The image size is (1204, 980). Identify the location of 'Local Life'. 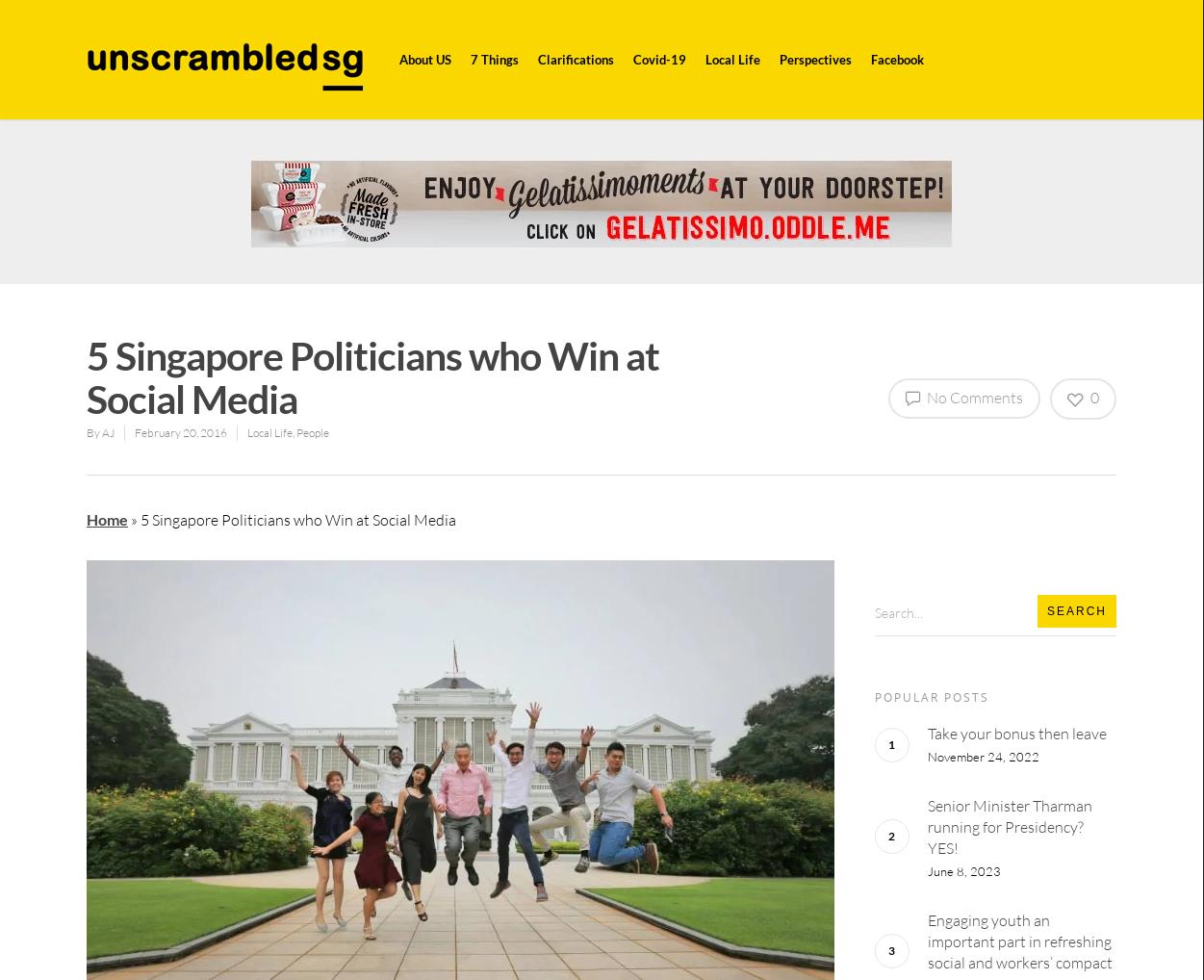
(269, 431).